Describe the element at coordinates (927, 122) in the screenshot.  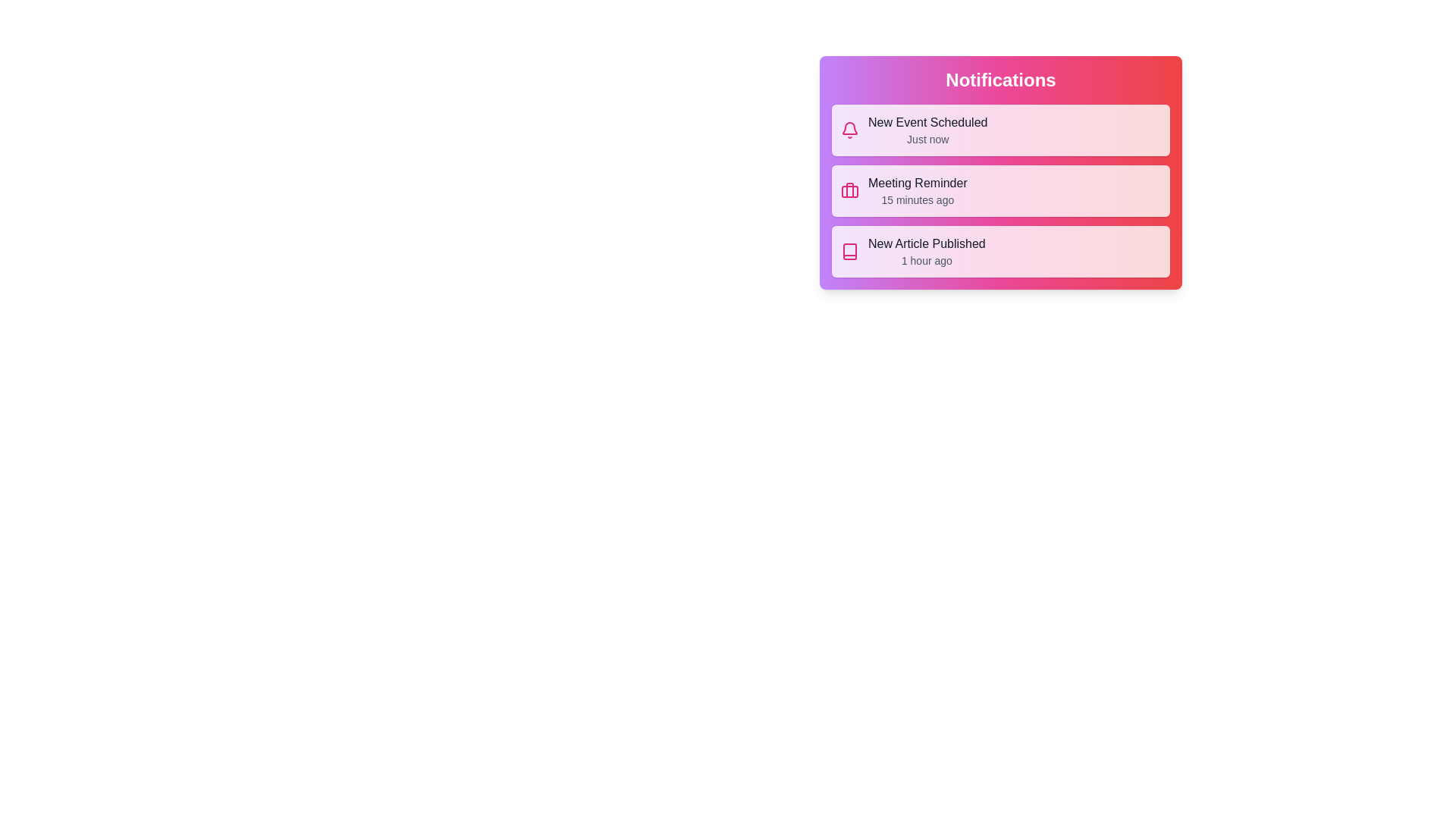
I see `the notification title New Event Scheduled to select it` at that location.